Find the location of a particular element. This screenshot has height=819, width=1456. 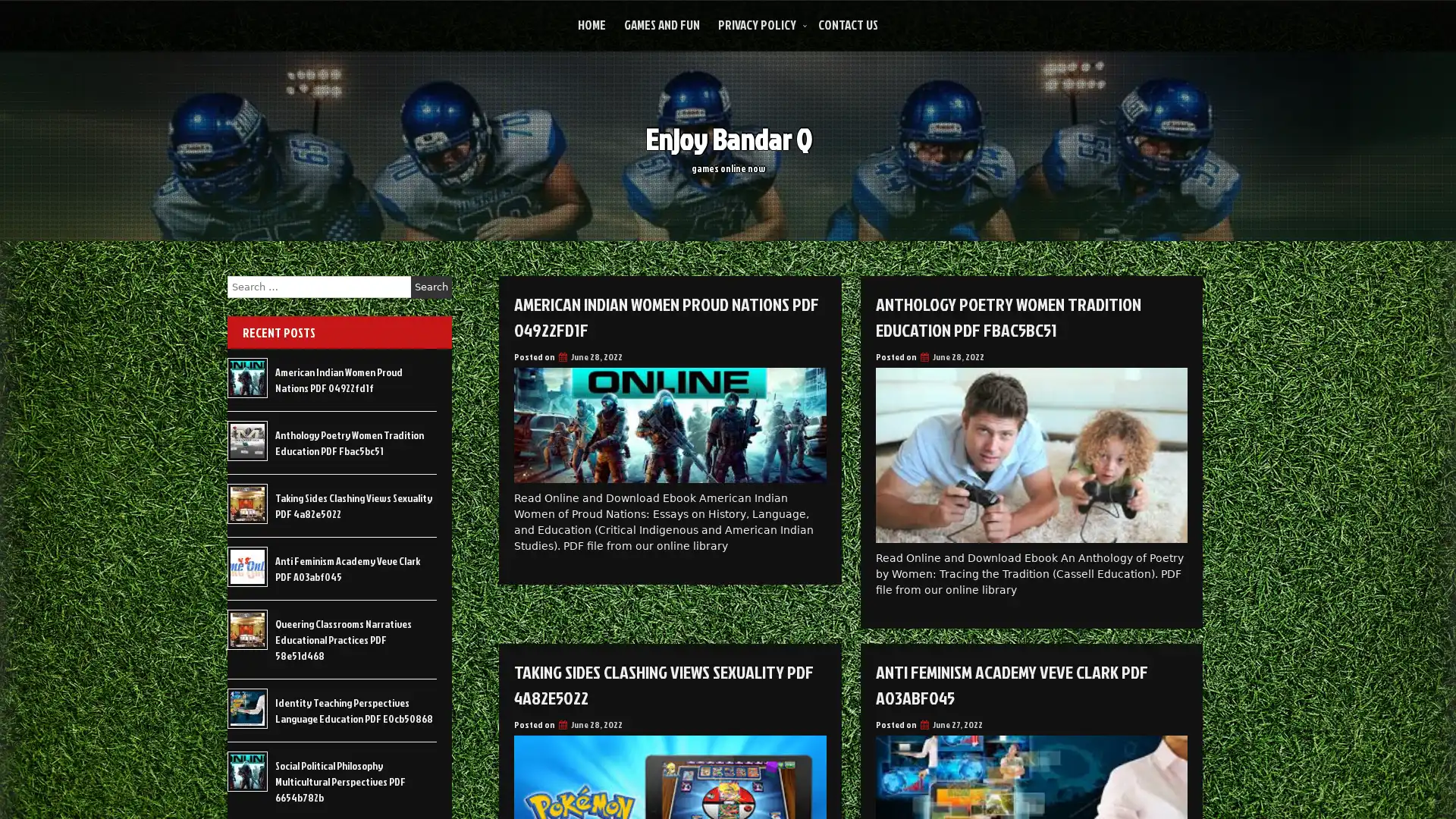

Search is located at coordinates (431, 287).